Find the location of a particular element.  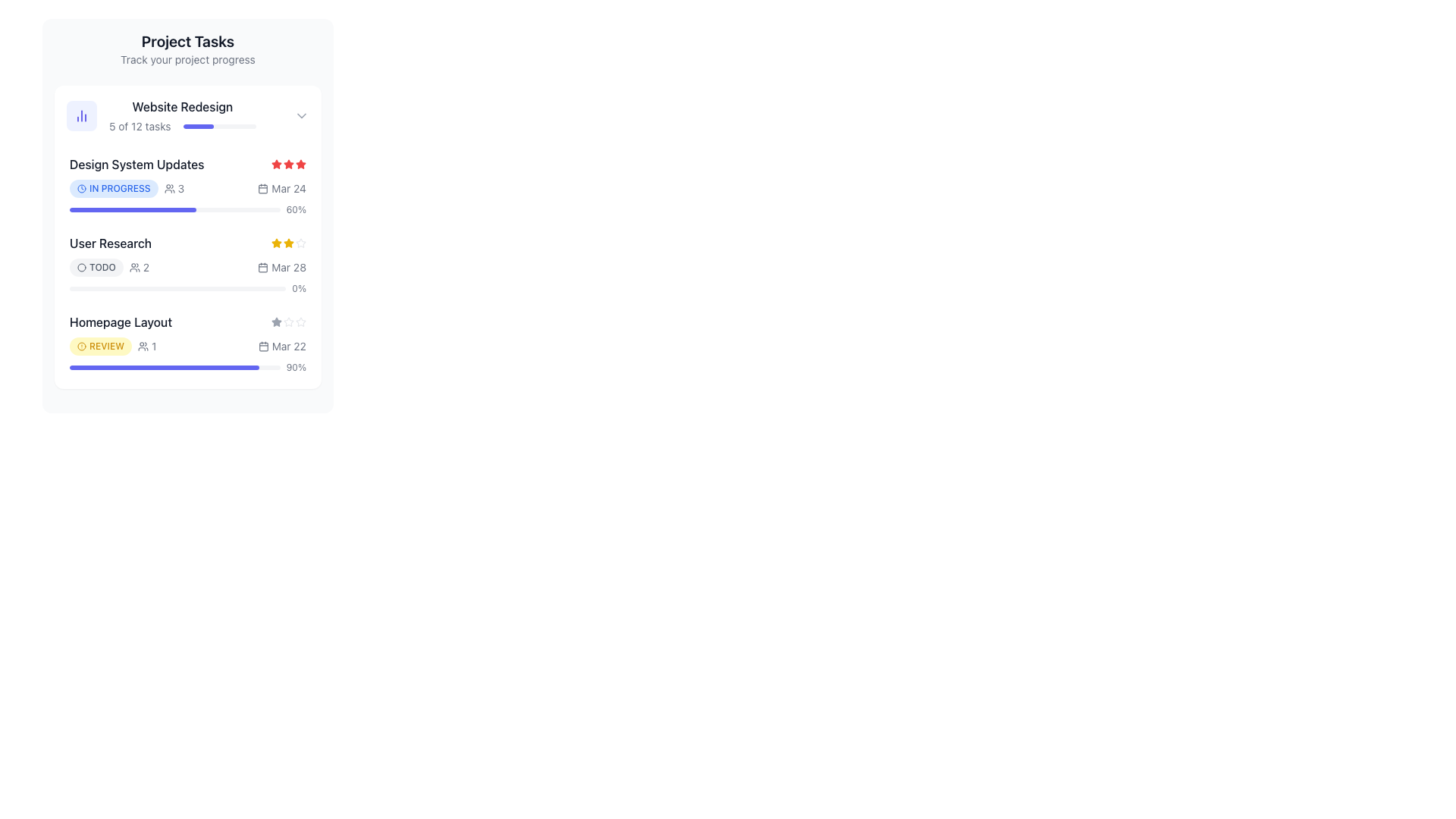

the 'TODO' status label, which is styled with a rounded gray background and accompanied by a user icon indicating two users, located in the 'User Research' section of the 'Project Tasks' list is located at coordinates (108, 267).